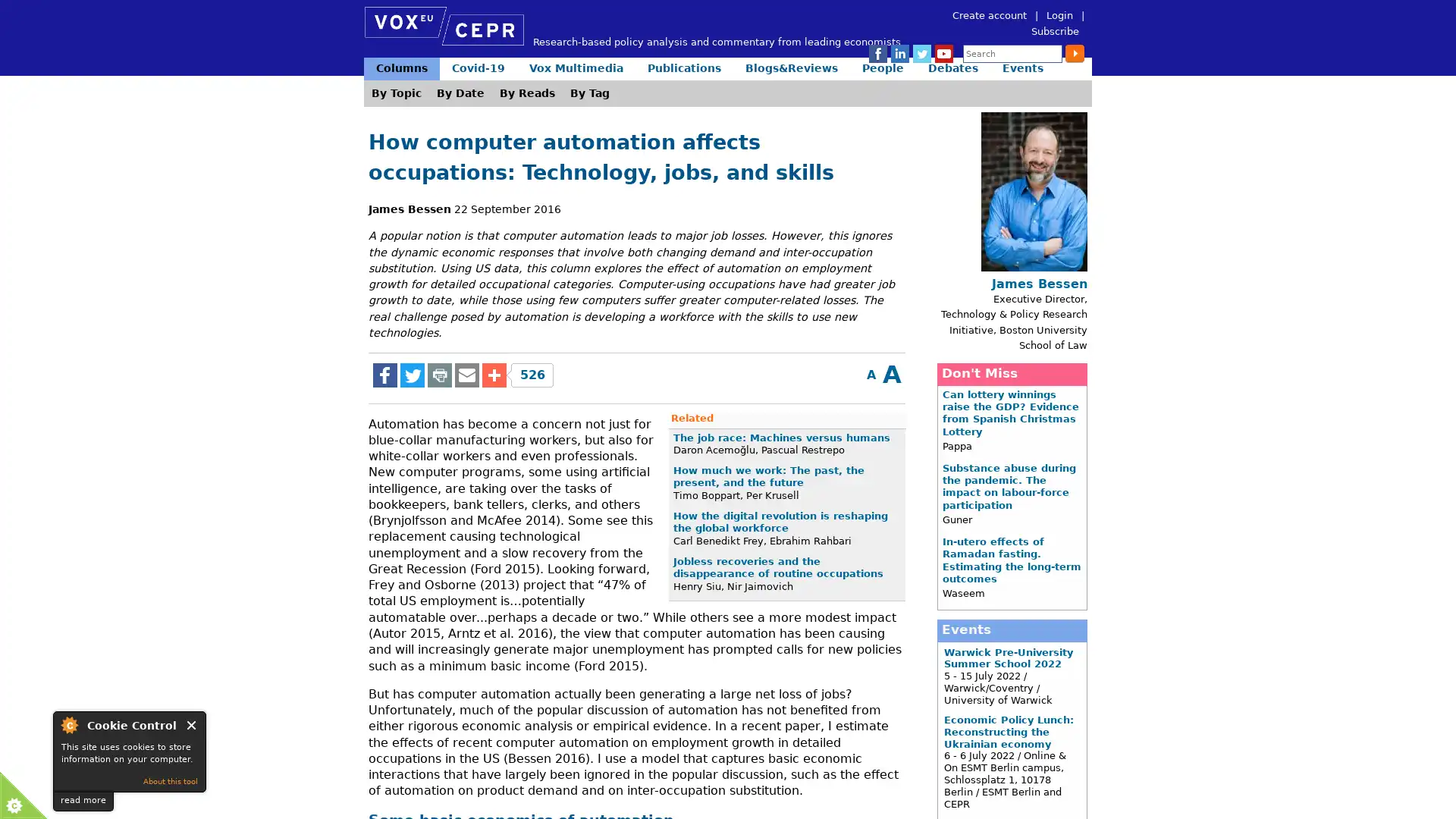  Describe the element at coordinates (83, 800) in the screenshot. I see `read more` at that location.